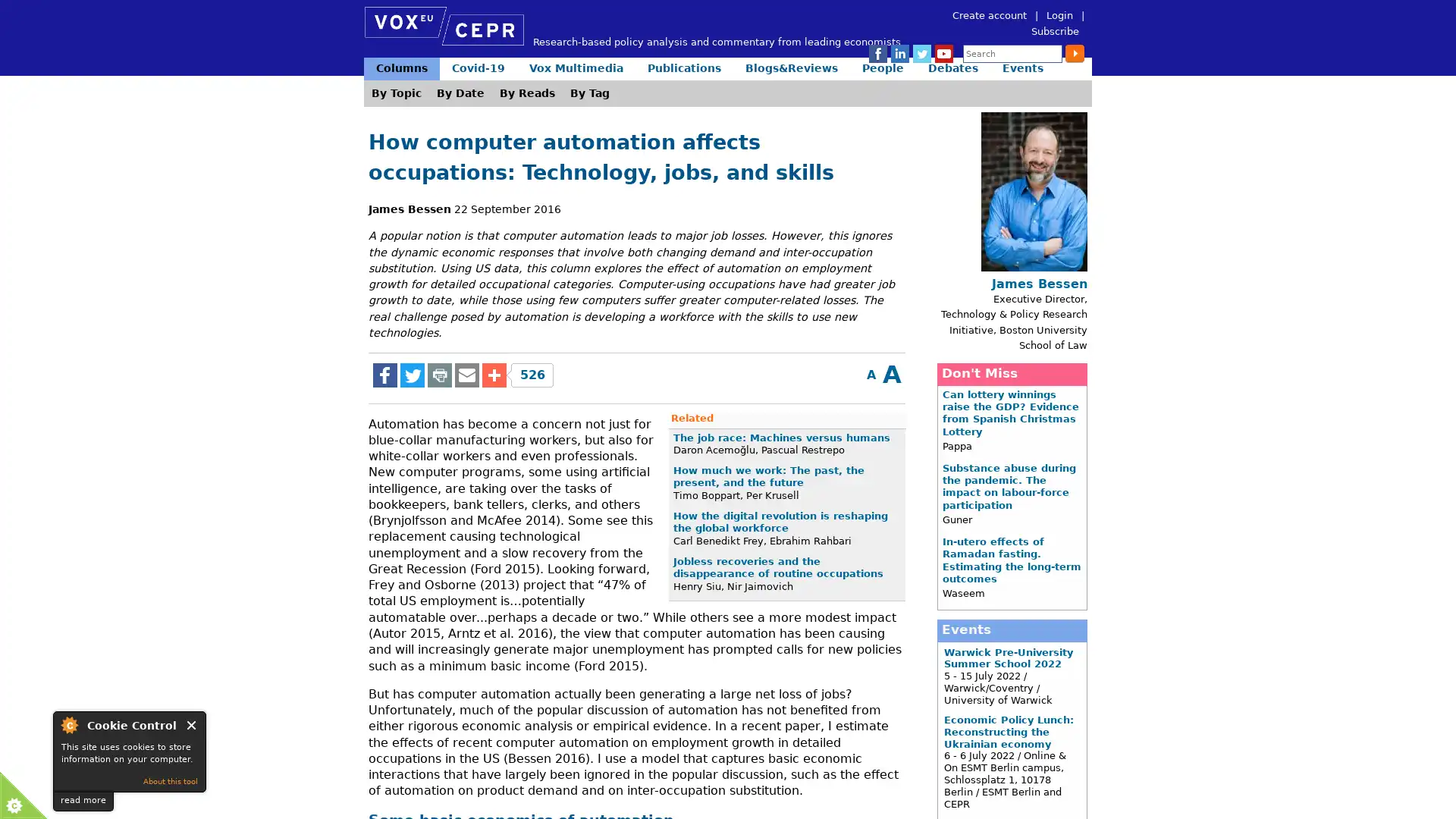  Describe the element at coordinates (83, 800) in the screenshot. I see `read more` at that location.